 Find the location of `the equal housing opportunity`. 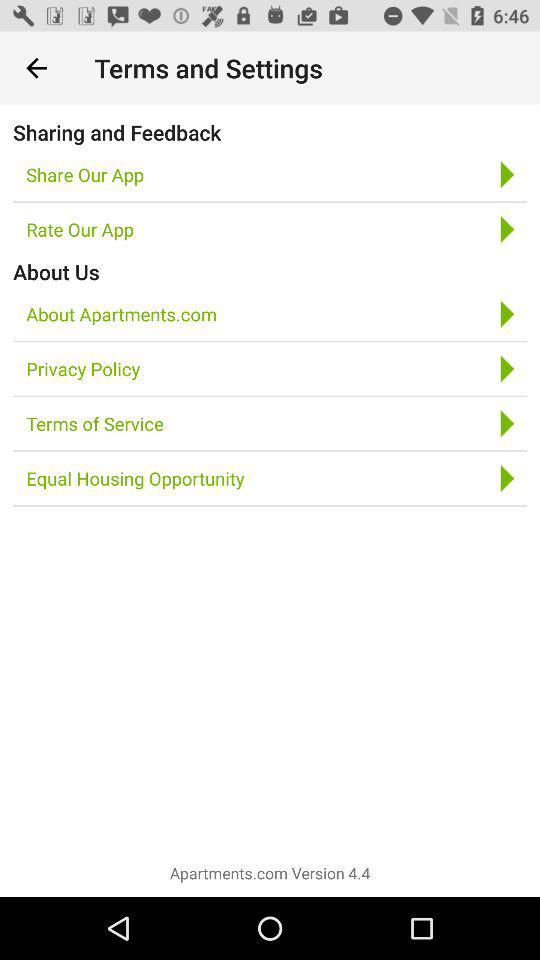

the equal housing opportunity is located at coordinates (135, 478).